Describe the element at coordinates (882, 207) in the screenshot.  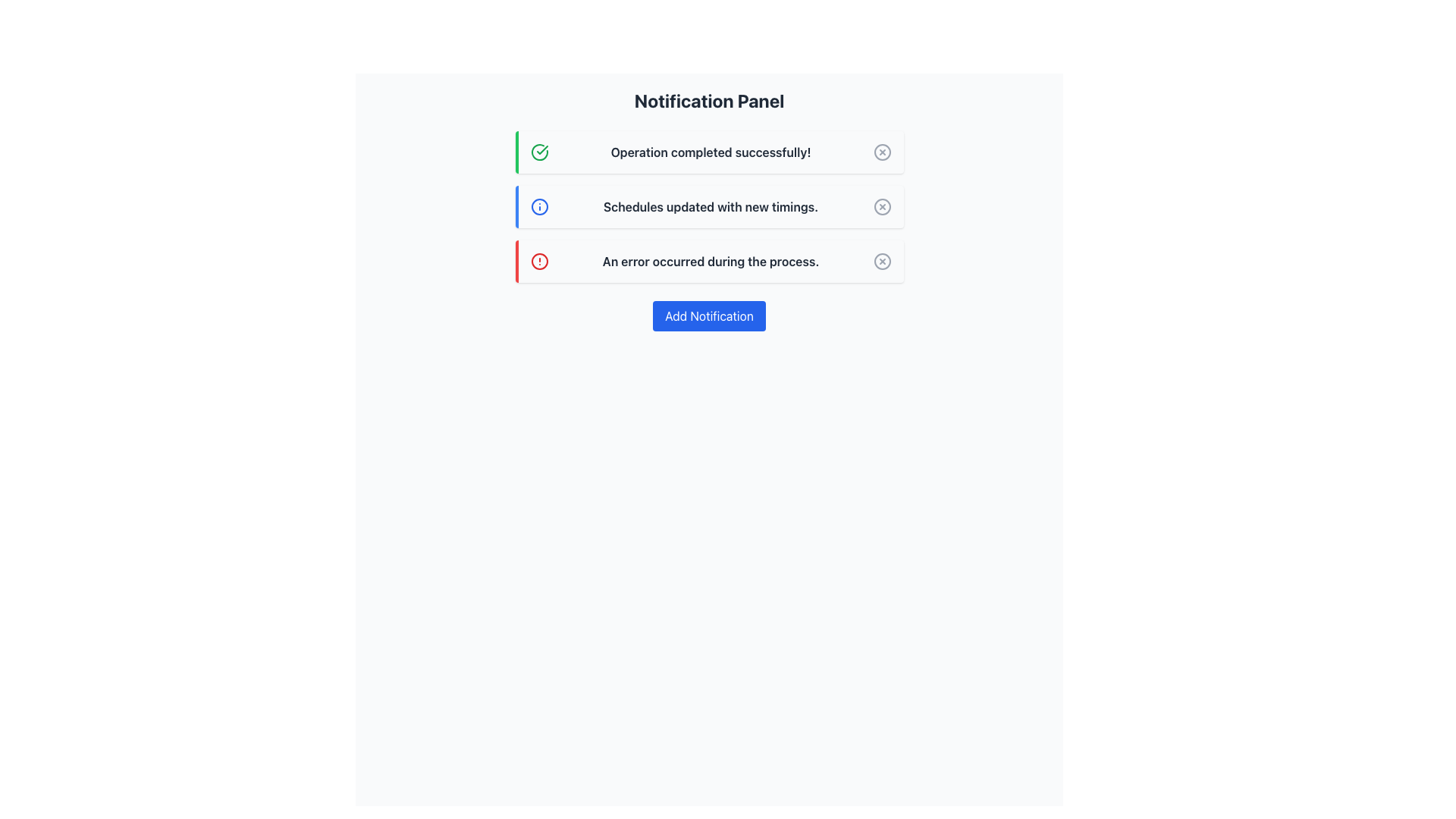
I see `the Vector Graphics - Circle that serves as the outer boundary of the notification icon located at the right side of the second notification item in the notification panel` at that location.